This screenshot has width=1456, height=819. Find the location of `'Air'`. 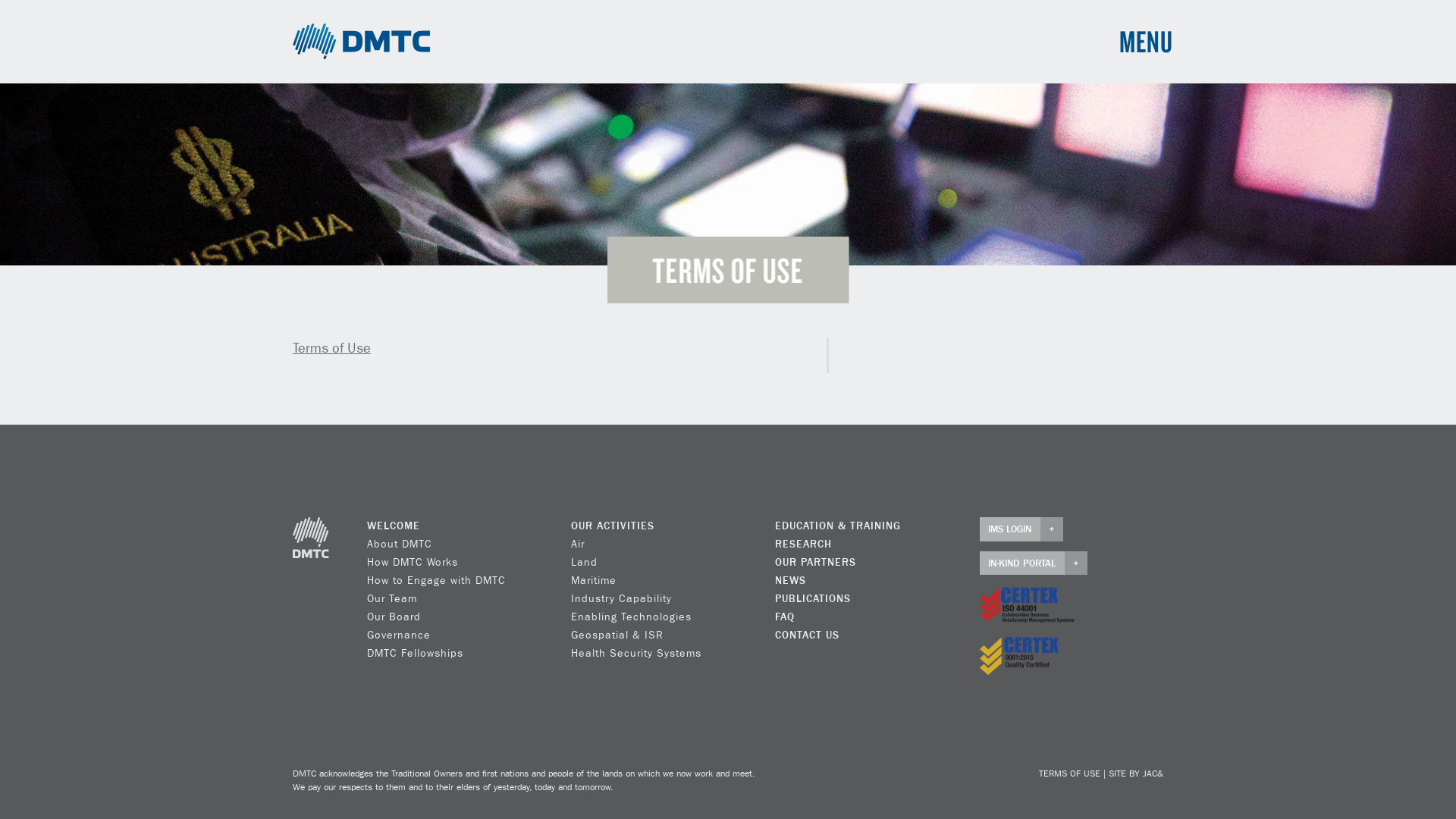

'Air' is located at coordinates (577, 543).